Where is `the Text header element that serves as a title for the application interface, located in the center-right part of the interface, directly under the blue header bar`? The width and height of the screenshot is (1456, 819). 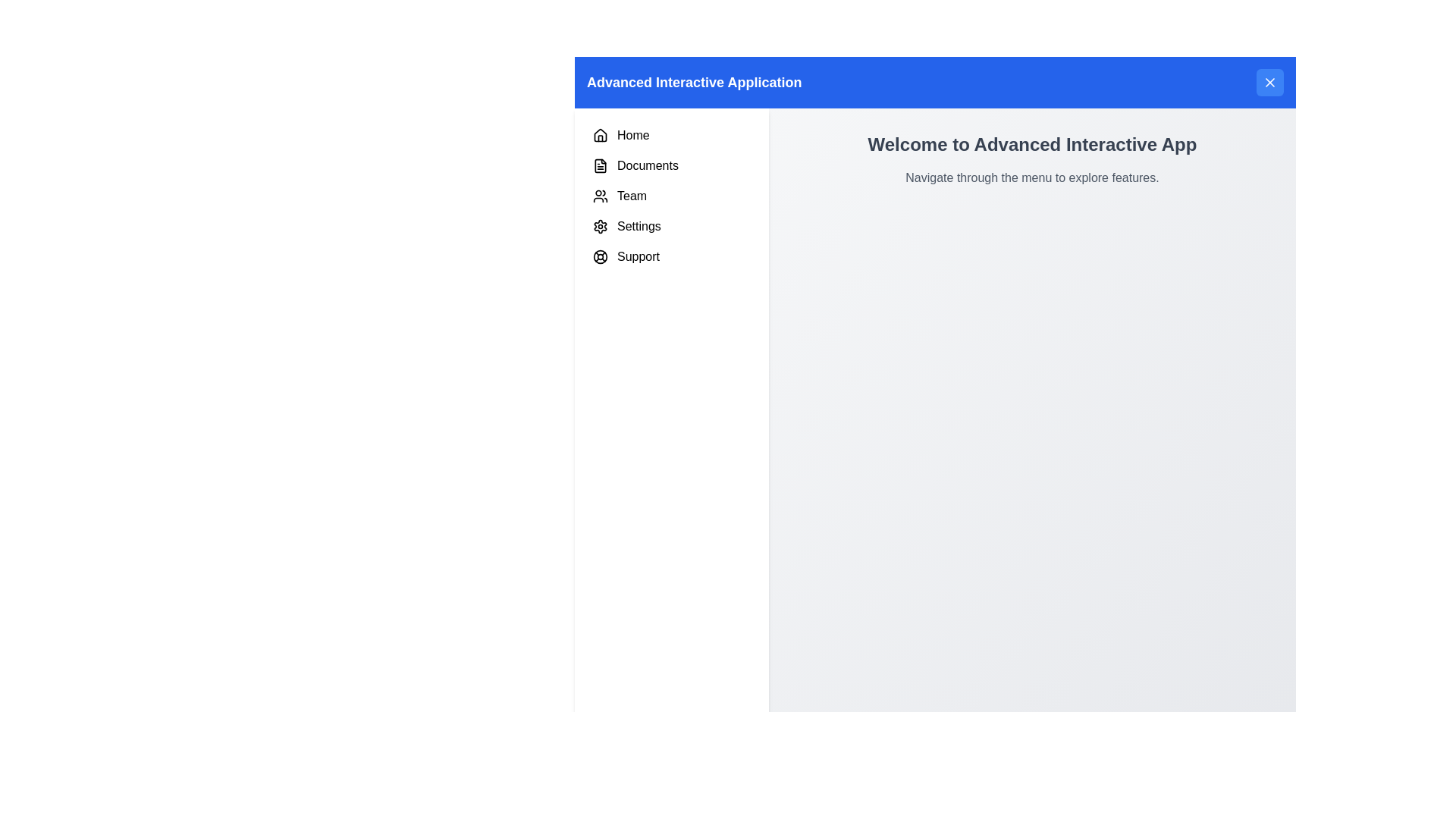 the Text header element that serves as a title for the application interface, located in the center-right part of the interface, directly under the blue header bar is located at coordinates (1031, 145).